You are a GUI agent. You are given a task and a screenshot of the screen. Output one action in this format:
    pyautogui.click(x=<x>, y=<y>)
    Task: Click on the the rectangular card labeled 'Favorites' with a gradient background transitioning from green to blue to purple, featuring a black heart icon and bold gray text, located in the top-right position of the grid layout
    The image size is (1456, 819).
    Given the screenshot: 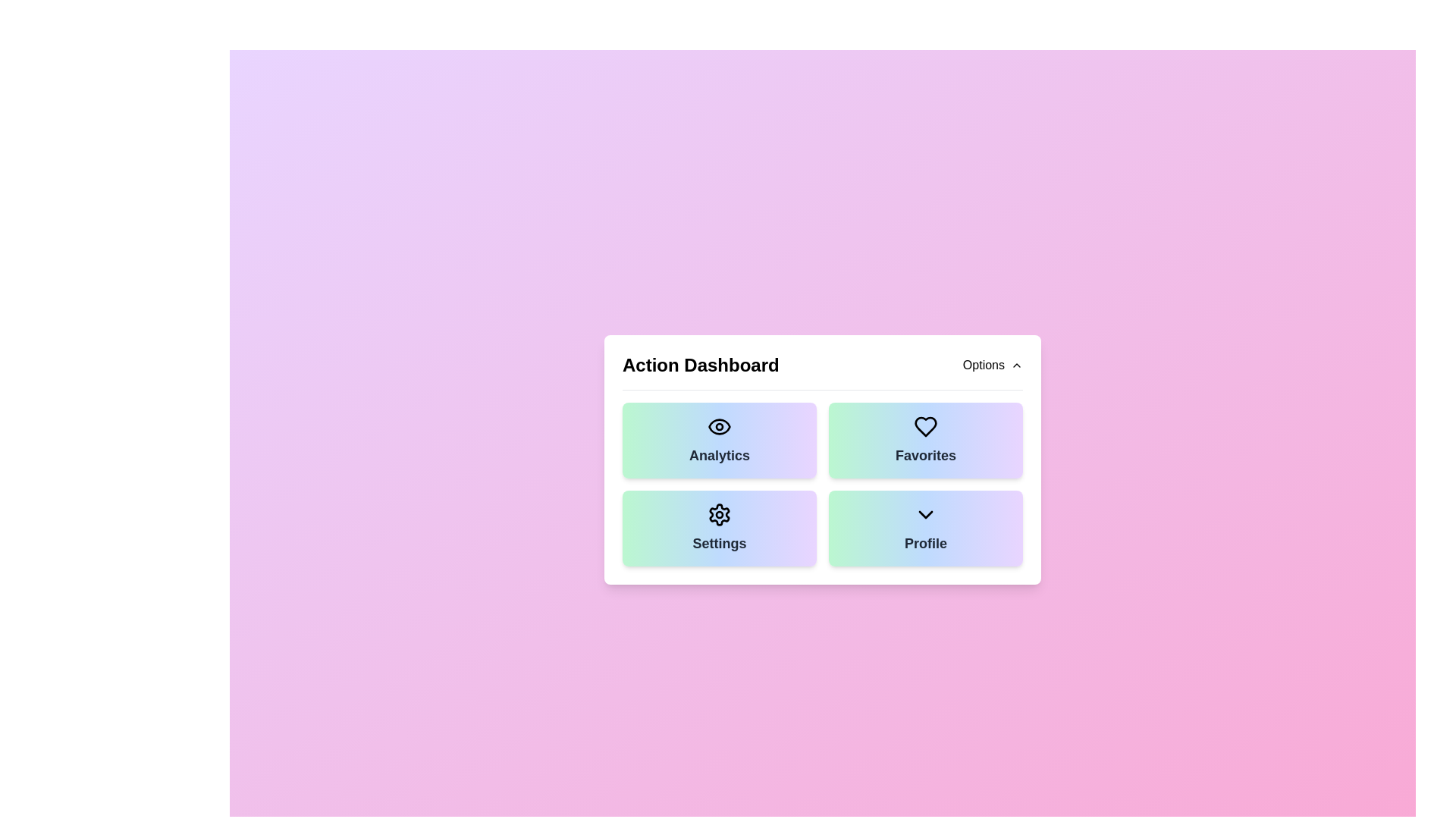 What is the action you would take?
    pyautogui.click(x=924, y=440)
    